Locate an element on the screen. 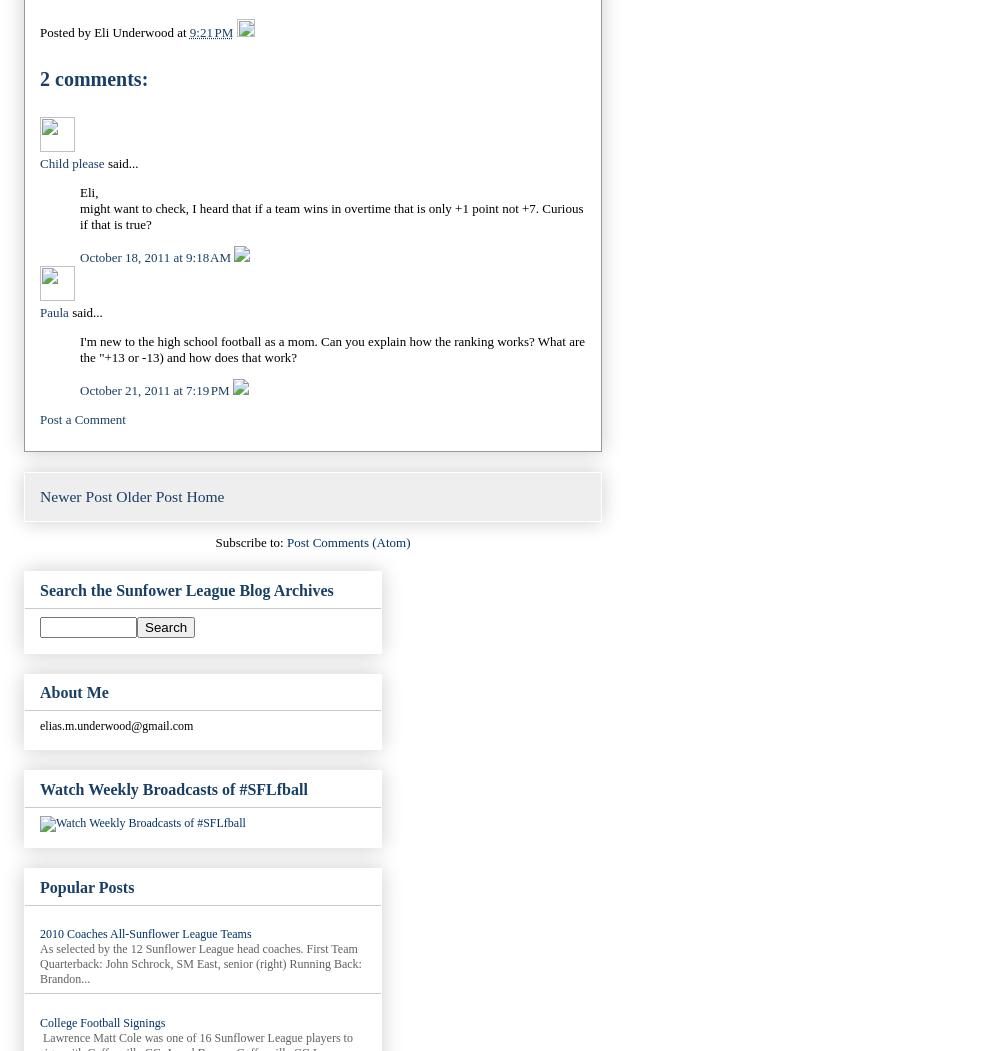 The width and height of the screenshot is (1008, 1051). 'might want to check, I heard that if a team wins in overtime that is only +1 point not +7.  Curious if that is true?' is located at coordinates (331, 215).